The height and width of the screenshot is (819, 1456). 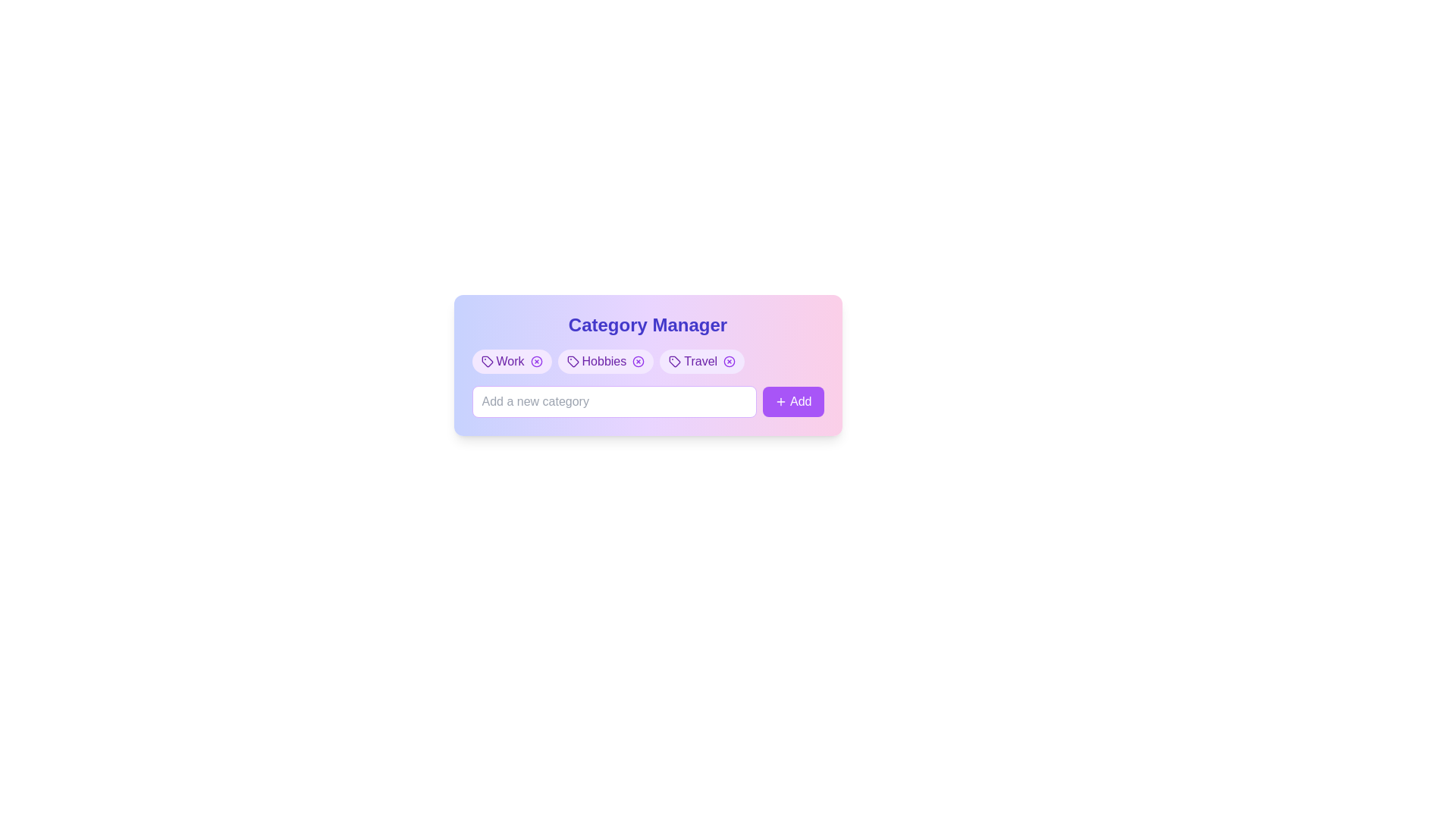 I want to click on the tag icon located to the left of the 'Hobbies' text in the 'Category Manager' interface, so click(x=572, y=362).